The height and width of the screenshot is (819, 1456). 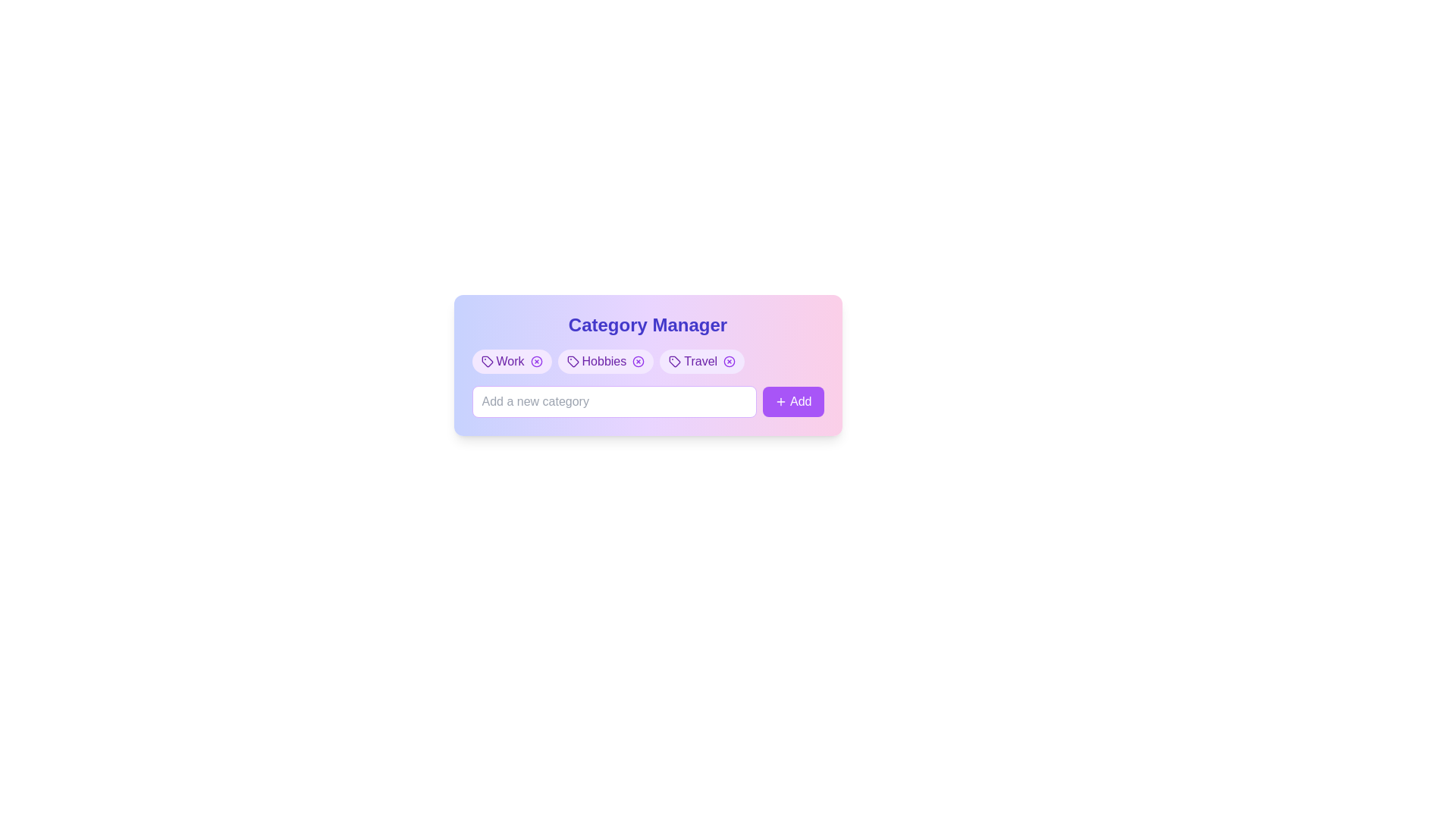 I want to click on the tag icon located to the left of the 'Hobbies' text in the 'Category Manager' interface, so click(x=572, y=362).